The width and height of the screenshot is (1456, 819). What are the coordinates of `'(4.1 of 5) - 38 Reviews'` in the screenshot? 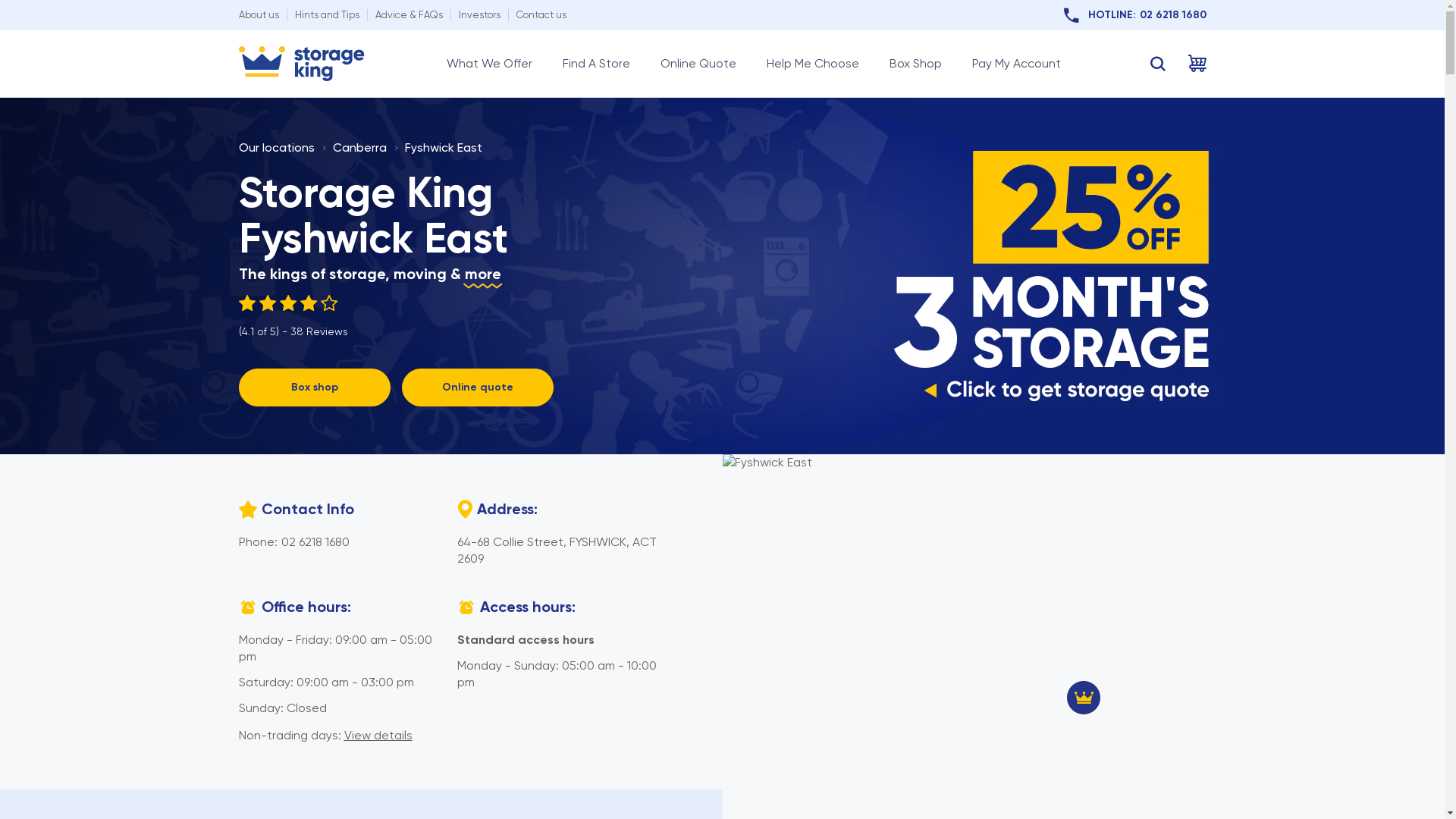 It's located at (292, 315).